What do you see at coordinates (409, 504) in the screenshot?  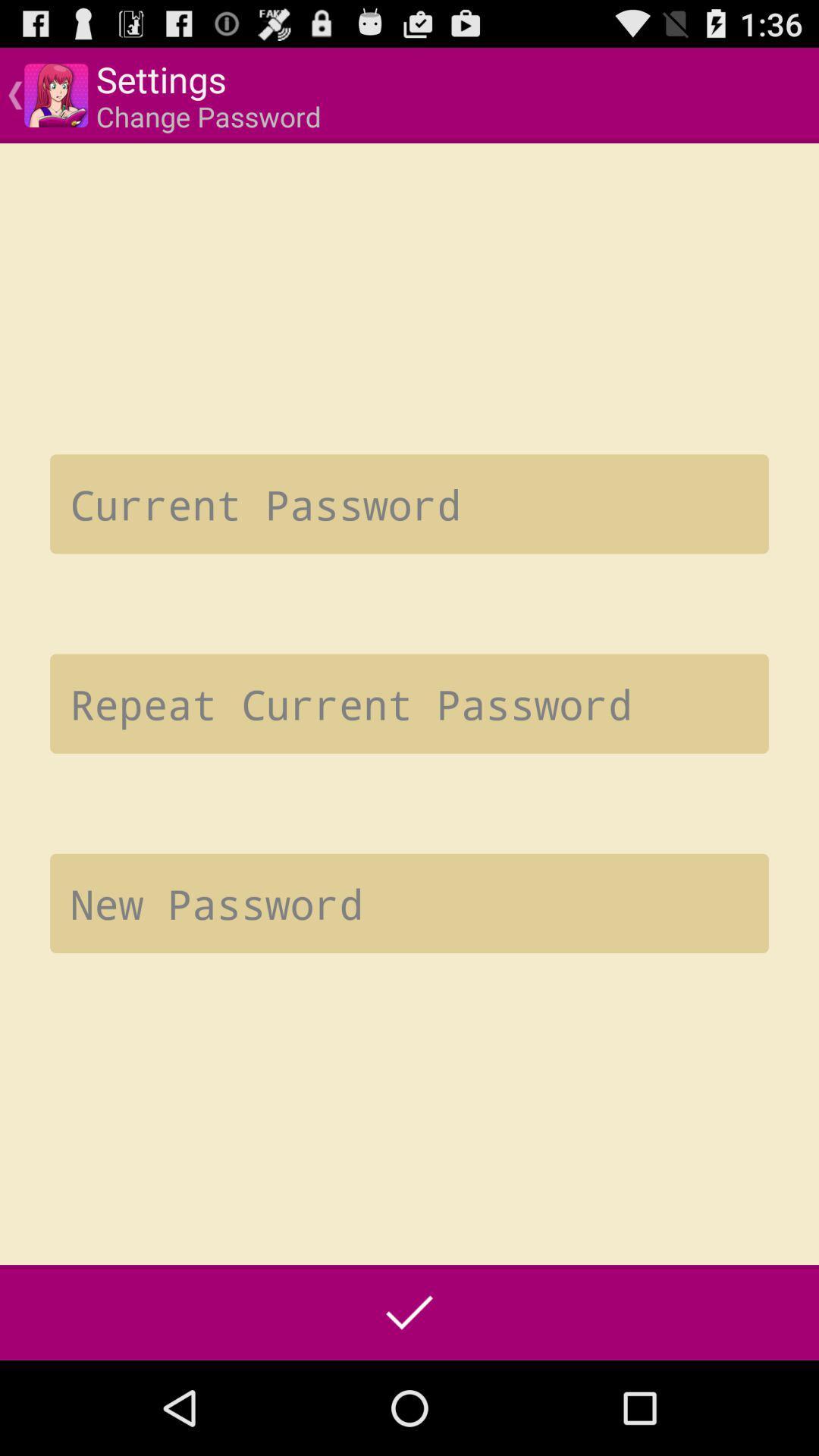 I see `type the current password` at bounding box center [409, 504].